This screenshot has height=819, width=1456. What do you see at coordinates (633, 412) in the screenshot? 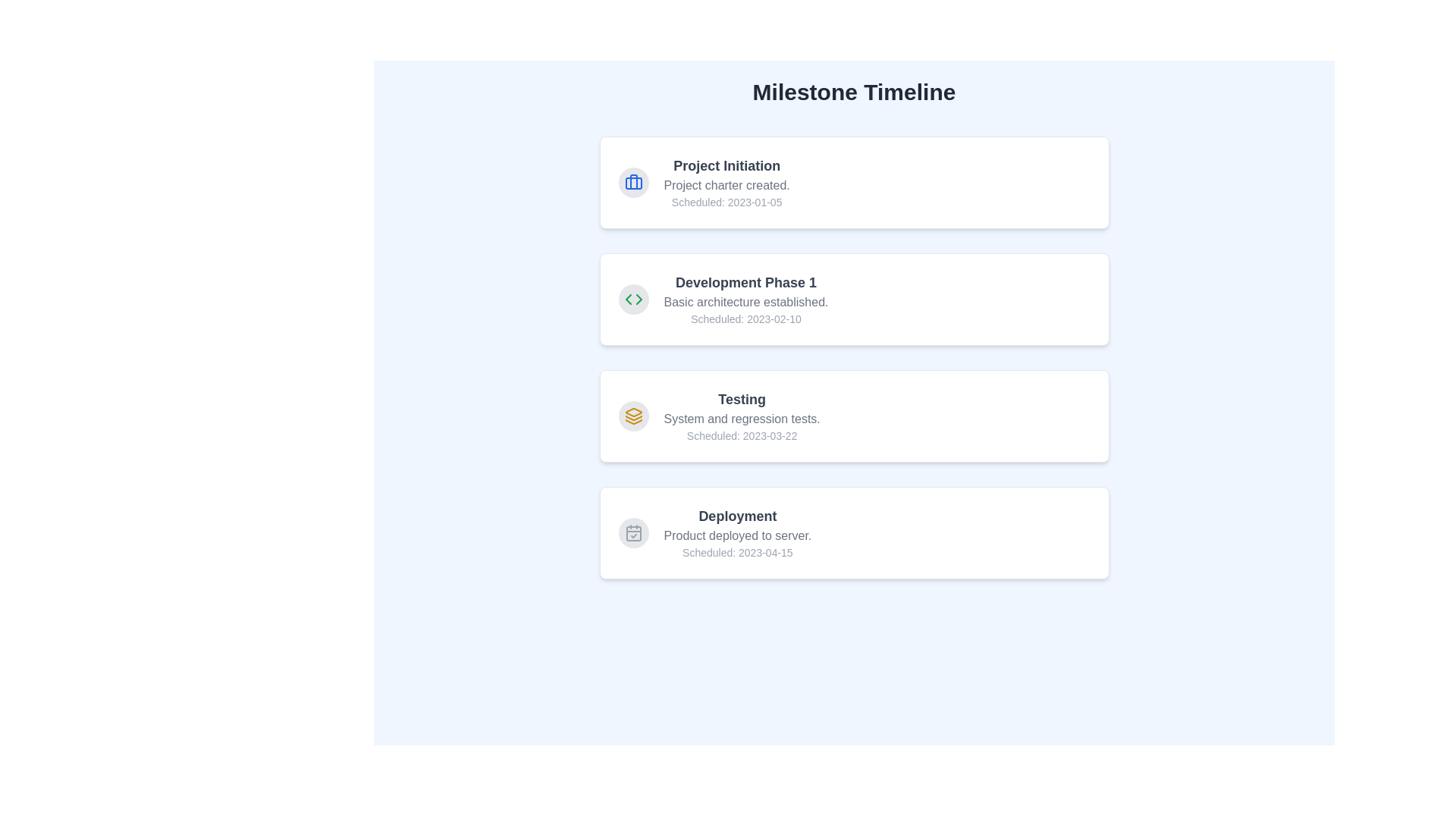
I see `the top-most triangular yellow icon representing the 'Development Phase 1' milestone in the SVG timeline` at bounding box center [633, 412].